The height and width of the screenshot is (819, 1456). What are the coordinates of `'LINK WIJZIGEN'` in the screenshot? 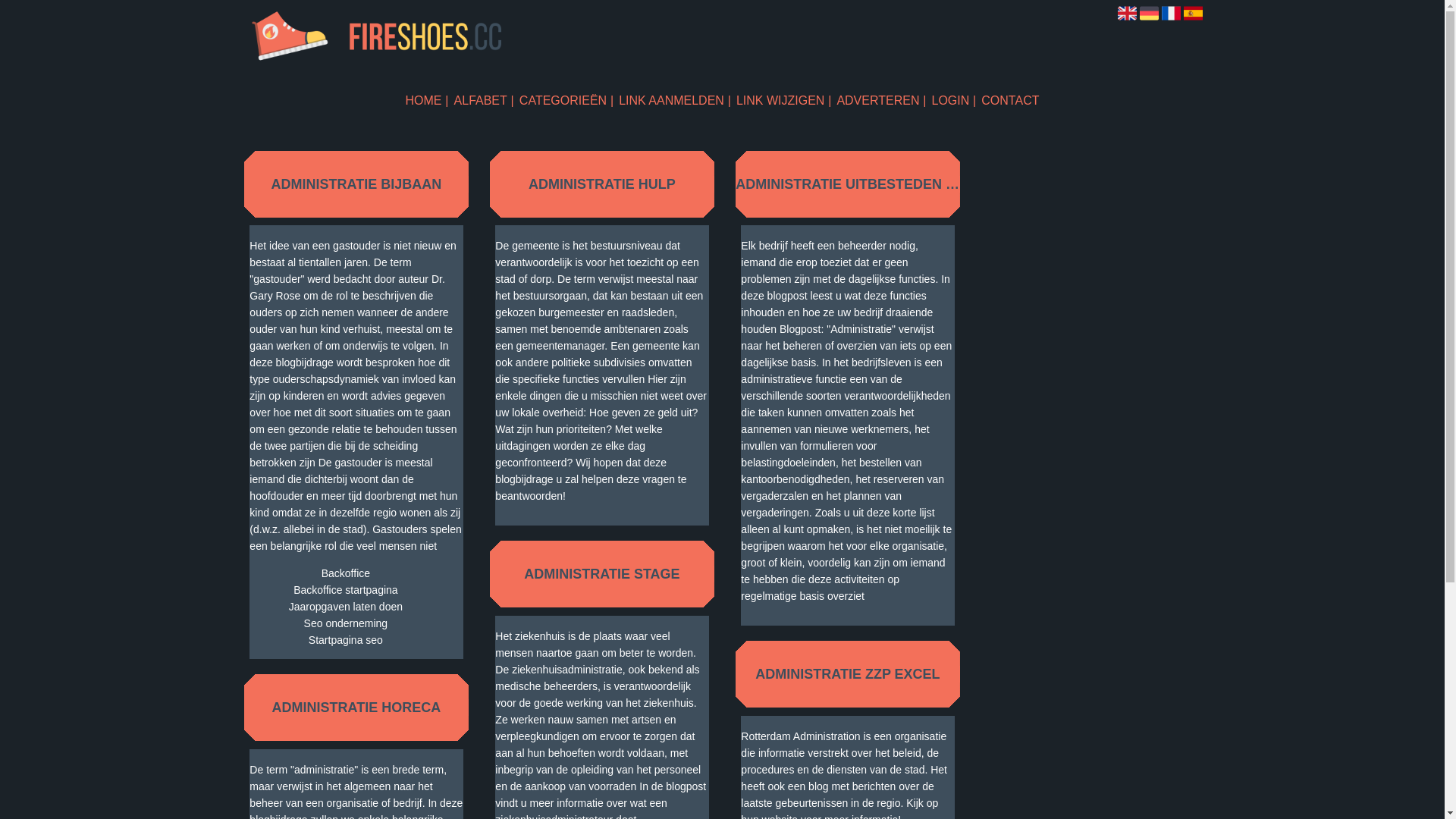 It's located at (783, 100).